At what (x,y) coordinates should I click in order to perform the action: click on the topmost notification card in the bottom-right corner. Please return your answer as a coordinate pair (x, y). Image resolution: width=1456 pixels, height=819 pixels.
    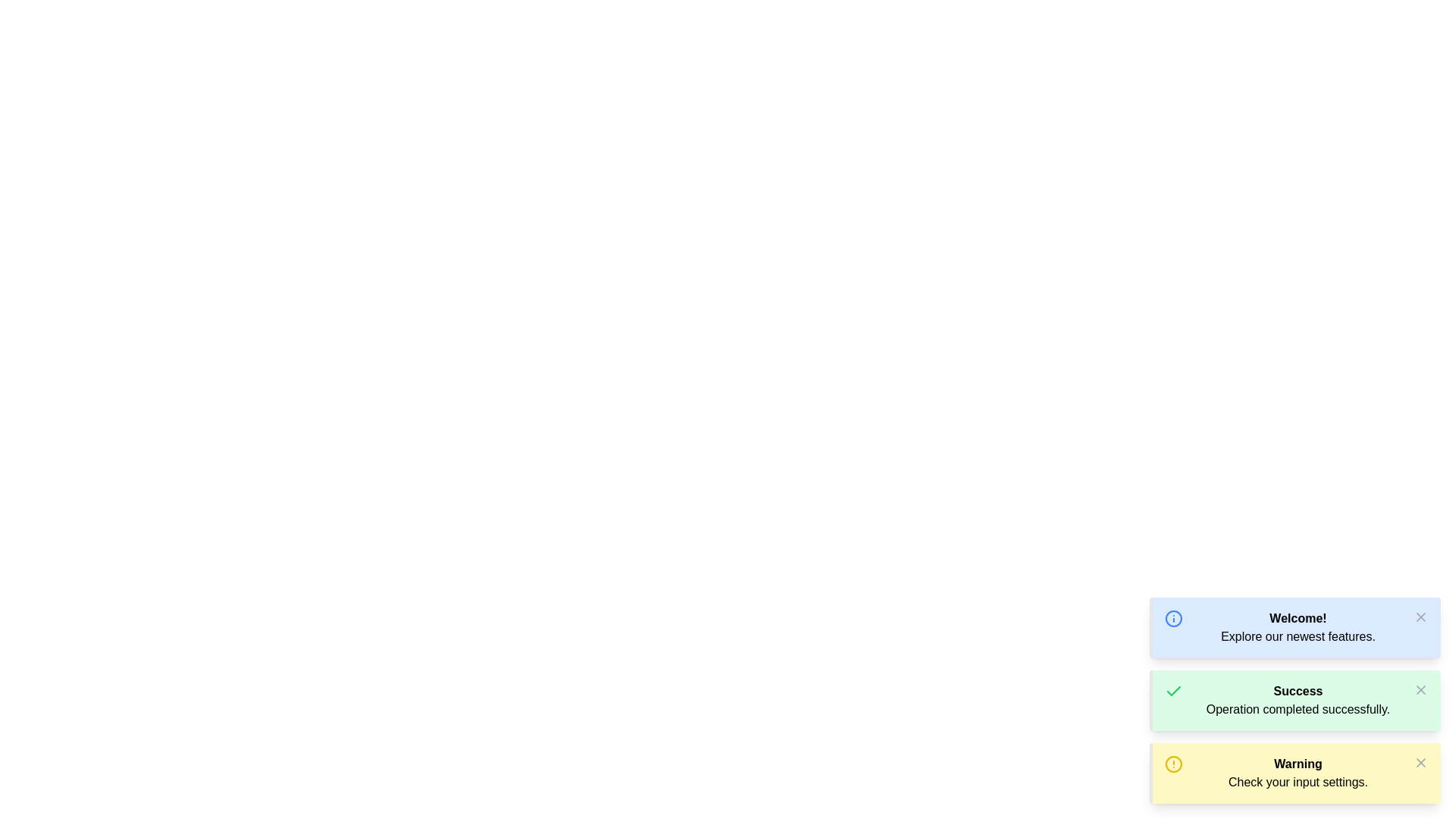
    Looking at the image, I should click on (1294, 628).